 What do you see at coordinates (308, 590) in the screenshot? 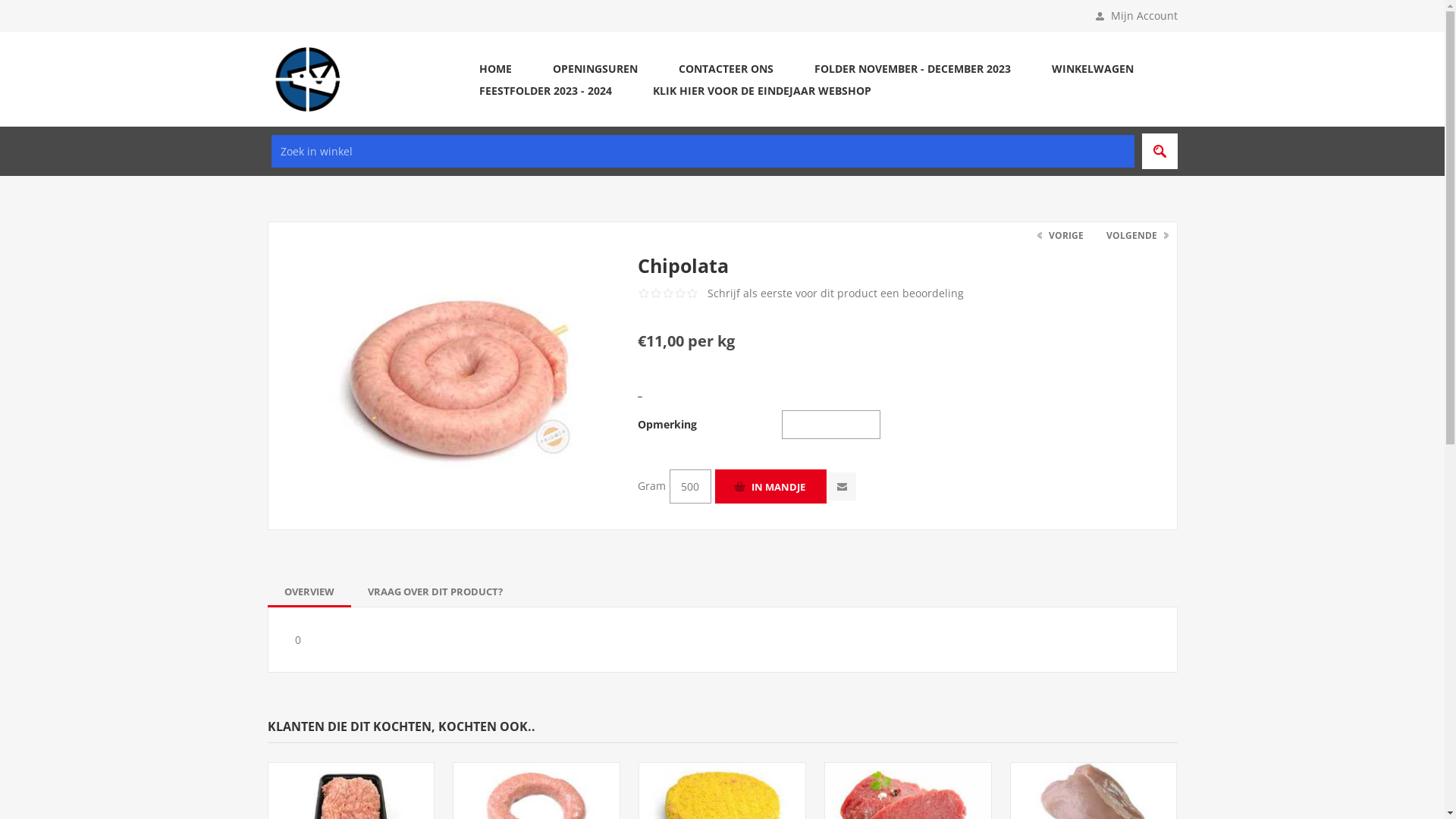
I see `'OVERVIEW'` at bounding box center [308, 590].